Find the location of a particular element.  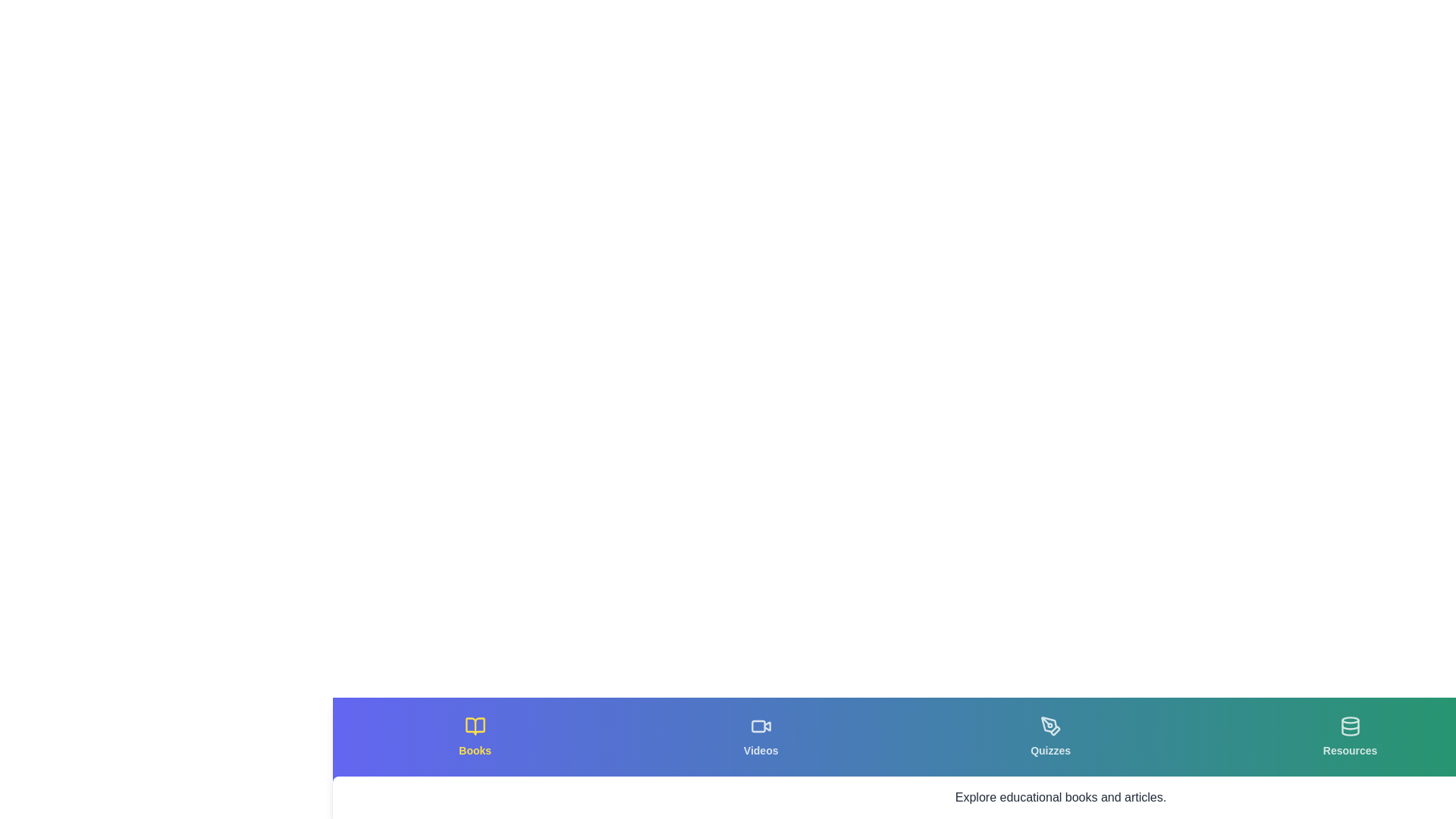

the tab icon labeled Videos to observe its visual feedback is located at coordinates (761, 736).